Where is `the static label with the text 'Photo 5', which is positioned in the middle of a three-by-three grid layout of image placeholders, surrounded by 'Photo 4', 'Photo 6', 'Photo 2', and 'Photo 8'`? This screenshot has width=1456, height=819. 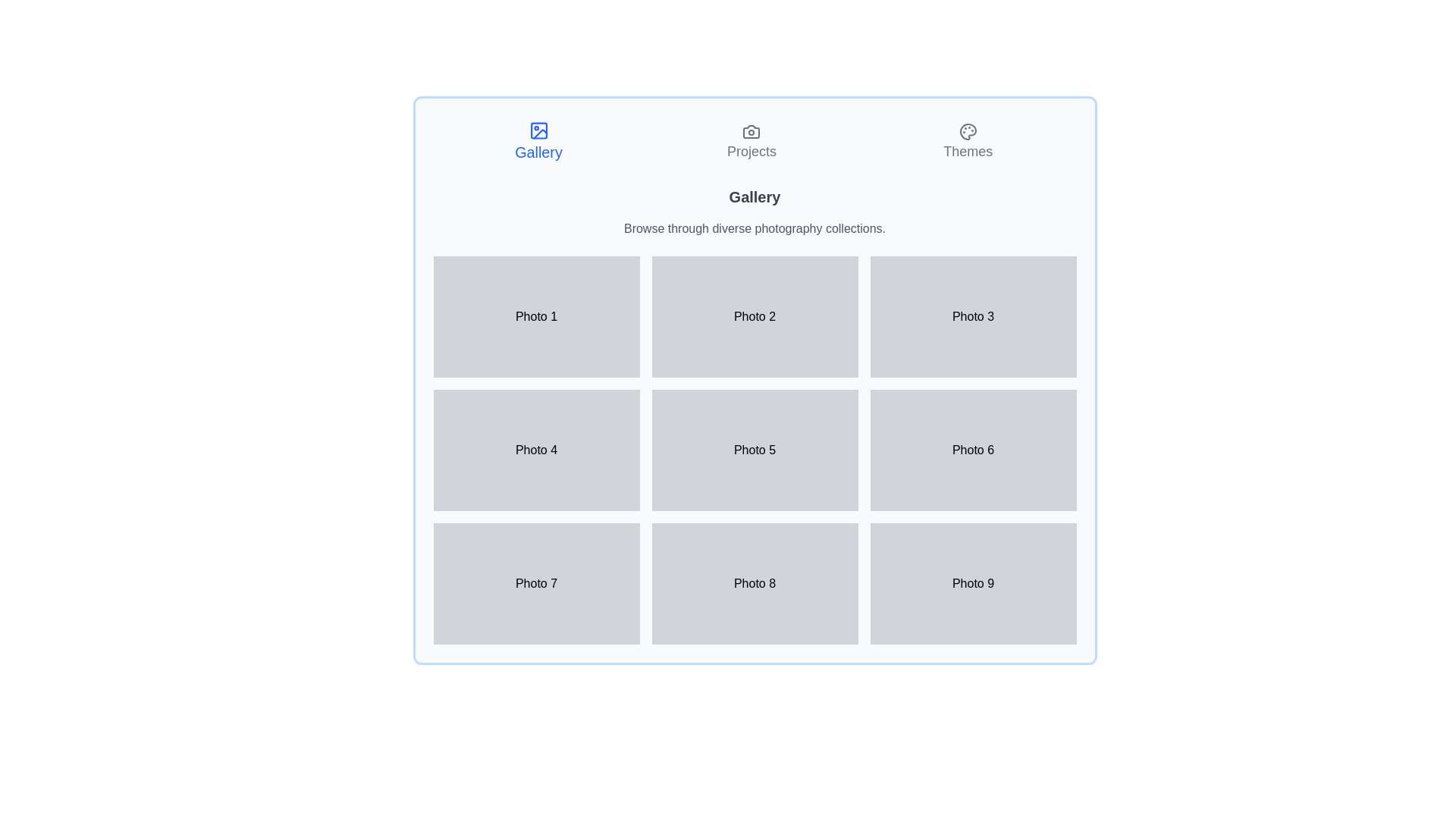 the static label with the text 'Photo 5', which is positioned in the middle of a three-by-three grid layout of image placeholders, surrounded by 'Photo 4', 'Photo 6', 'Photo 2', and 'Photo 8' is located at coordinates (755, 450).